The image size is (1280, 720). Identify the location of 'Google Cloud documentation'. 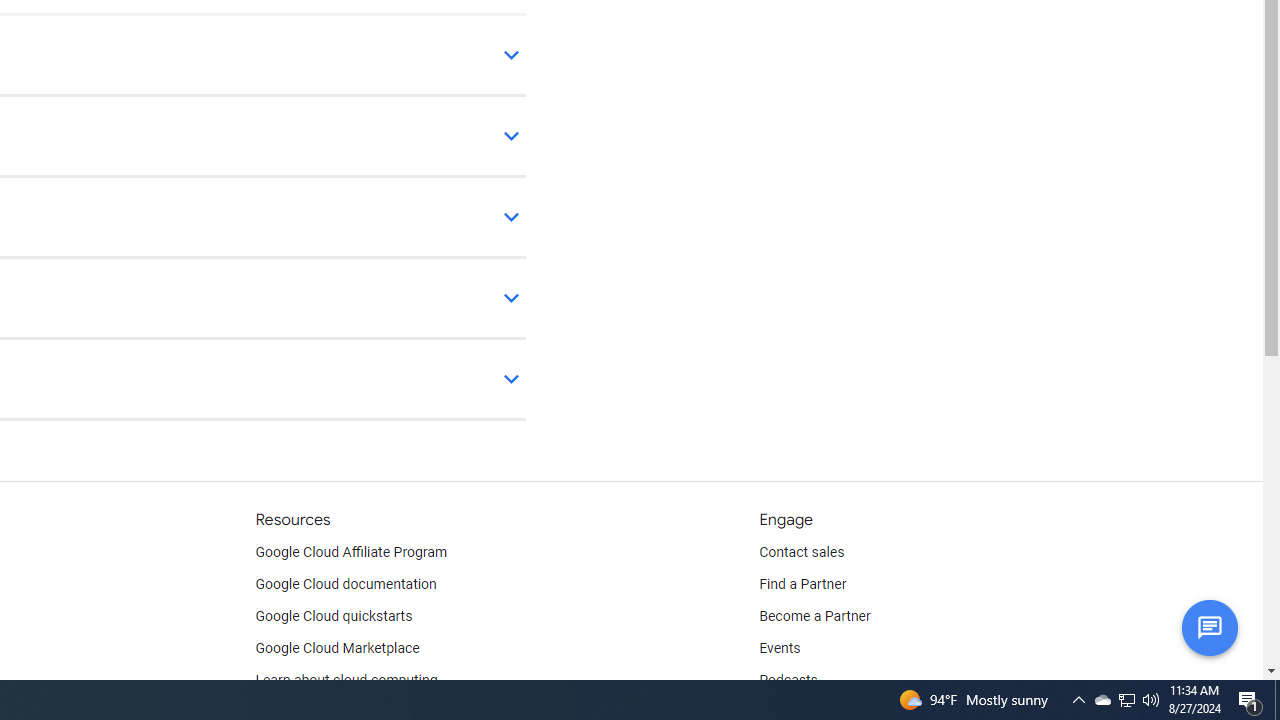
(345, 585).